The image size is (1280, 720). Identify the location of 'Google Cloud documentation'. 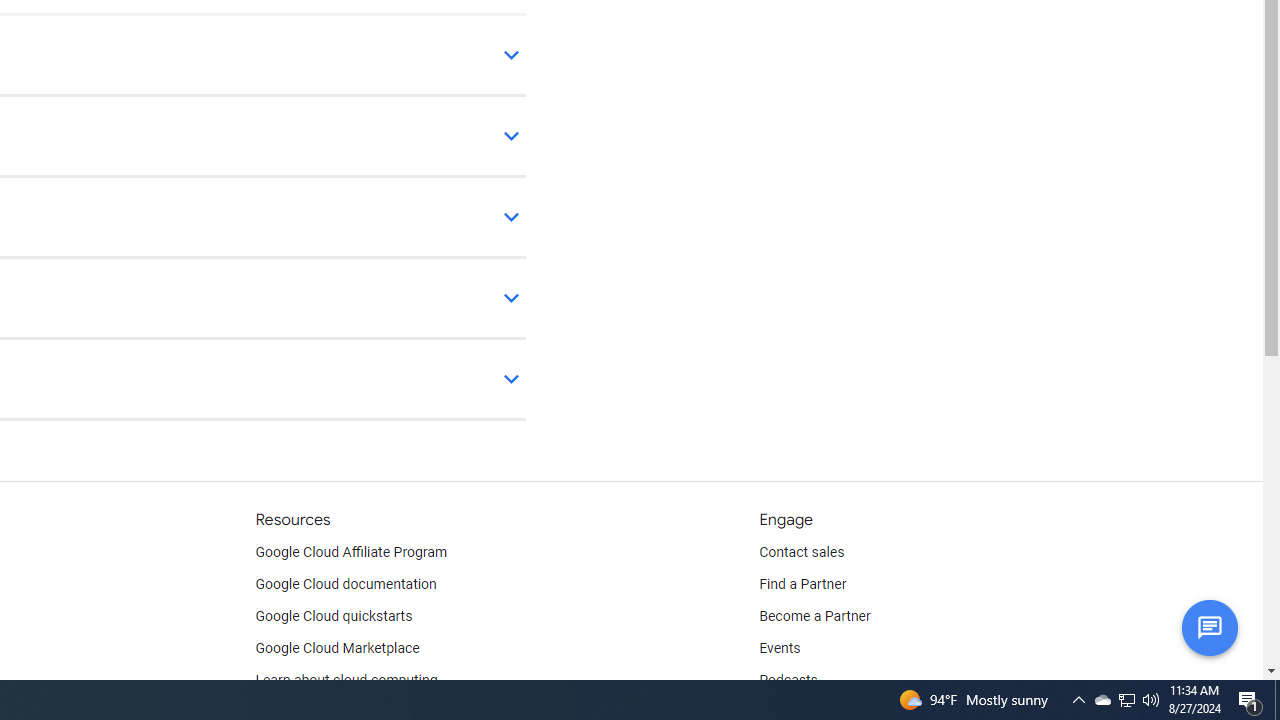
(345, 585).